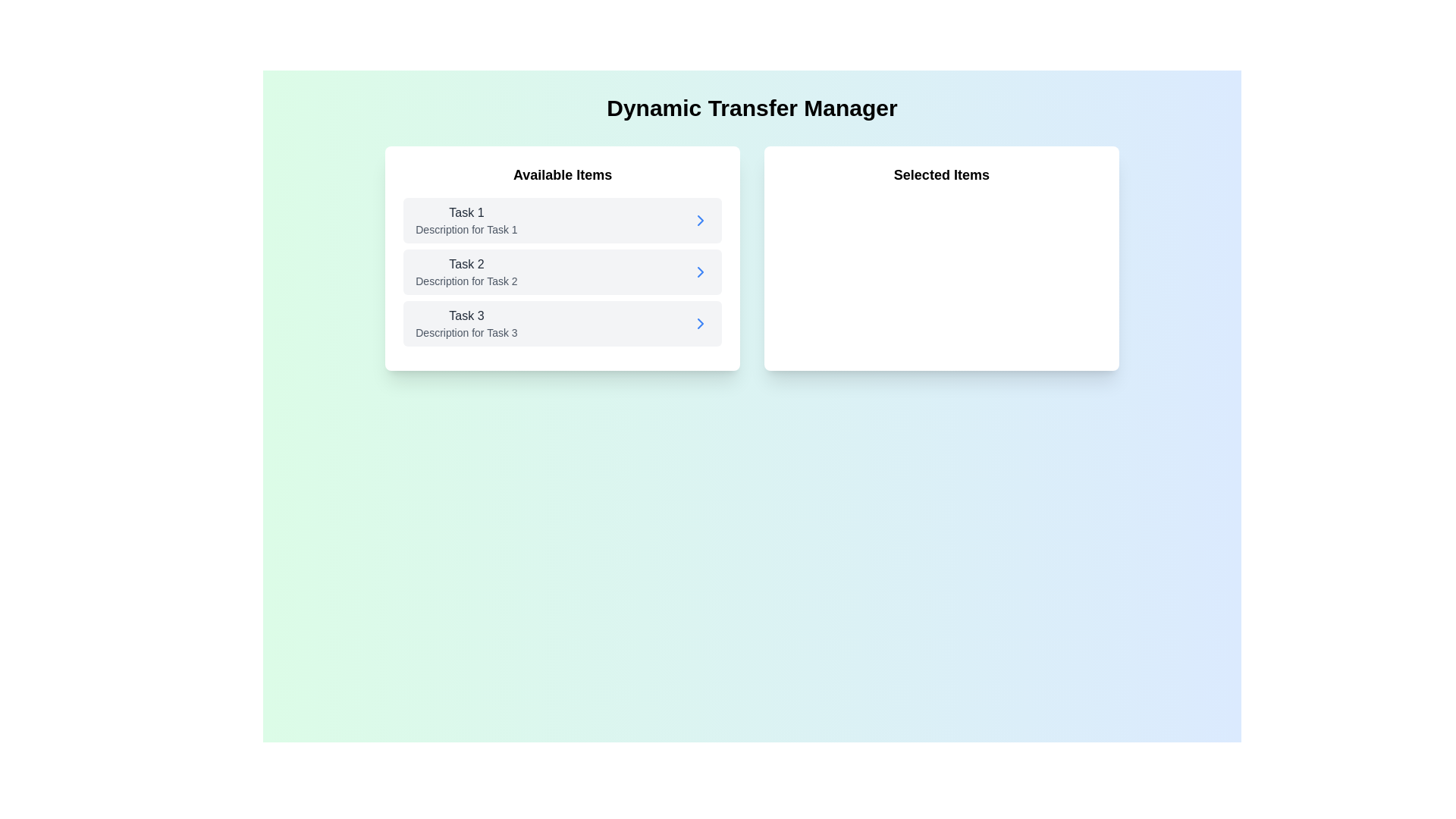  Describe the element at coordinates (466, 271) in the screenshot. I see `the Text label displaying the title and description of 'Task 2', which is the second item in the 'Available Items' list` at that location.